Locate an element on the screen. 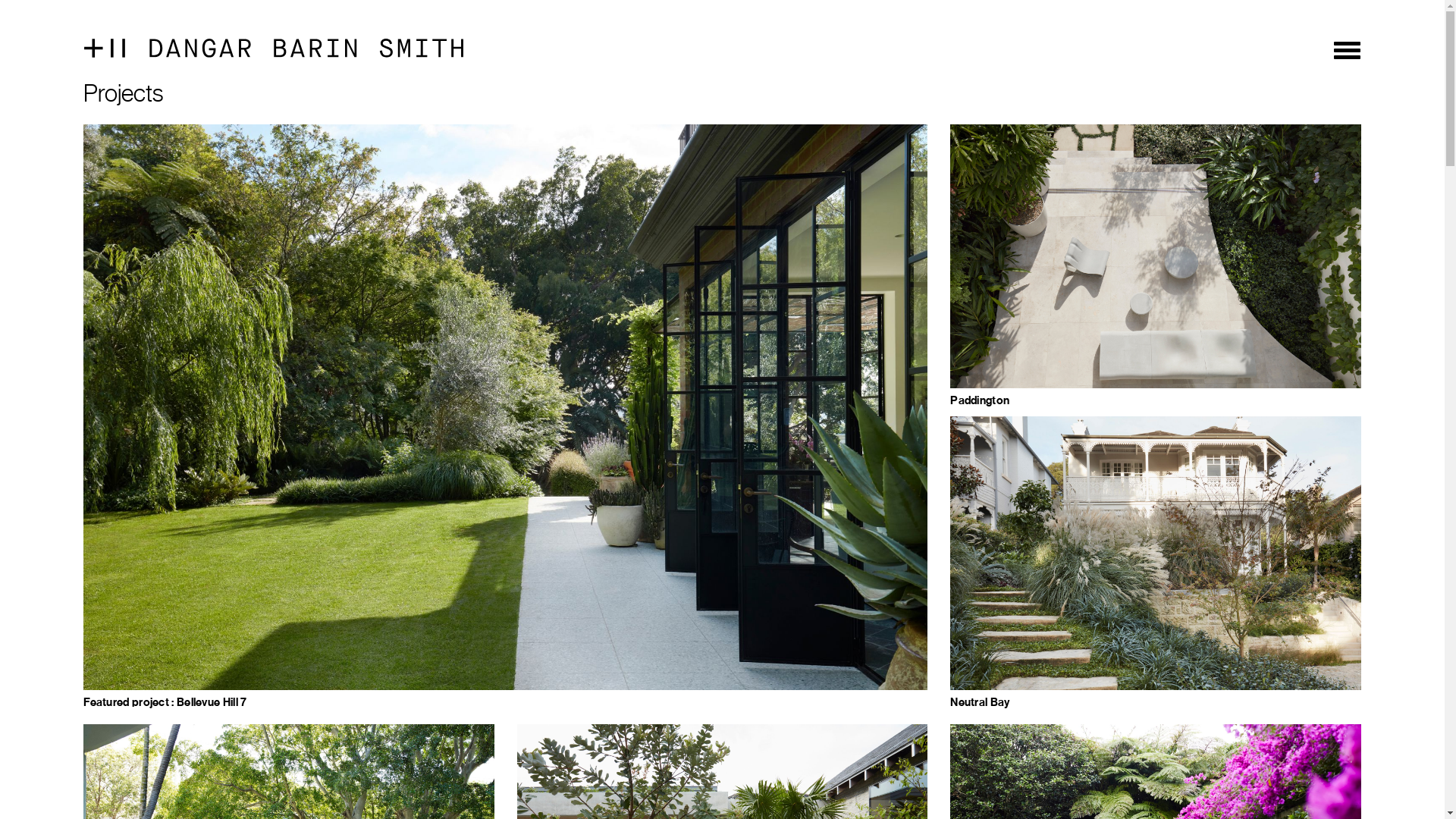 The image size is (1456, 819). 'Toggle navigation' is located at coordinates (1347, 49).